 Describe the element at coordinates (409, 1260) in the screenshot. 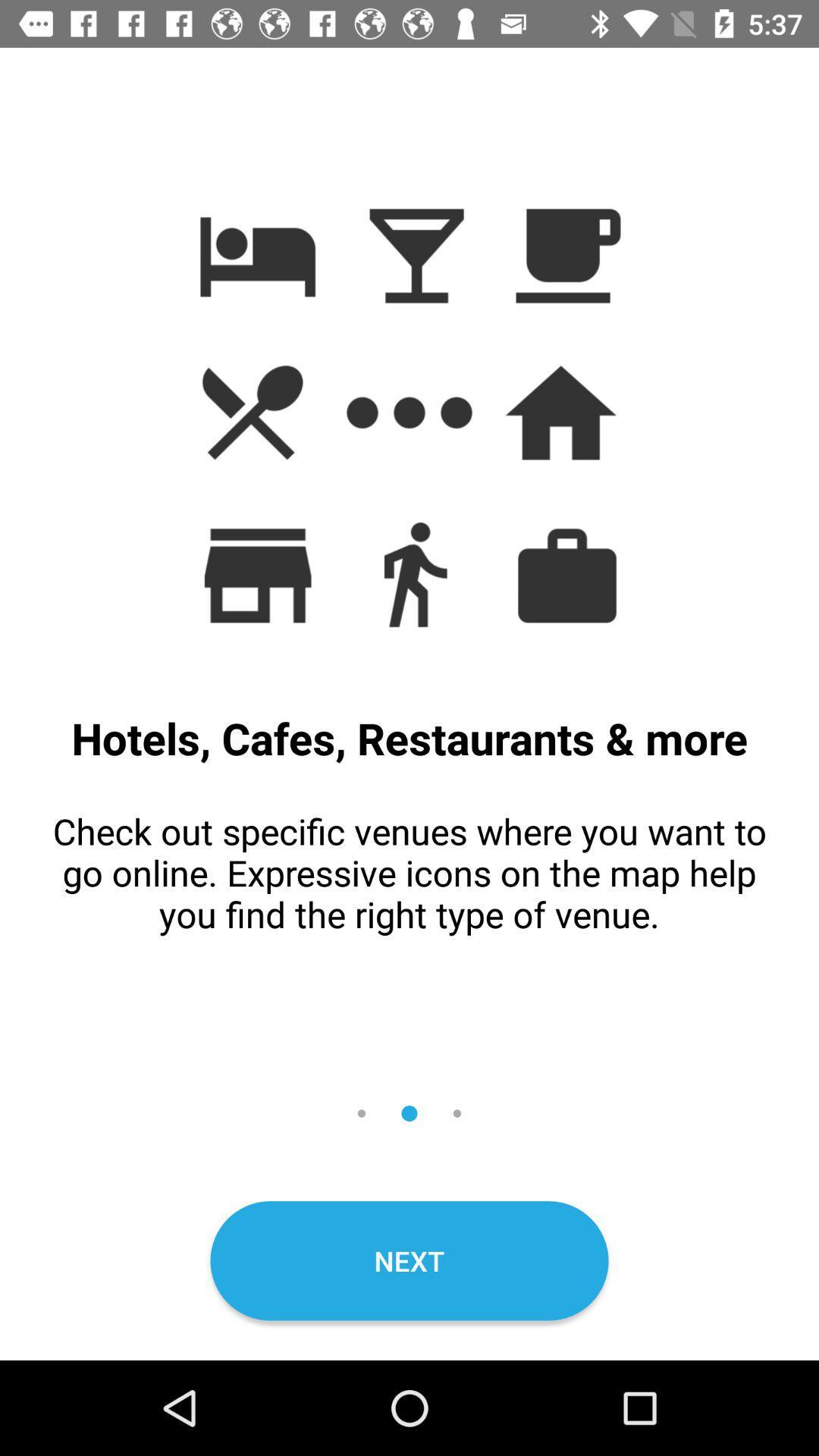

I see `next icon` at that location.